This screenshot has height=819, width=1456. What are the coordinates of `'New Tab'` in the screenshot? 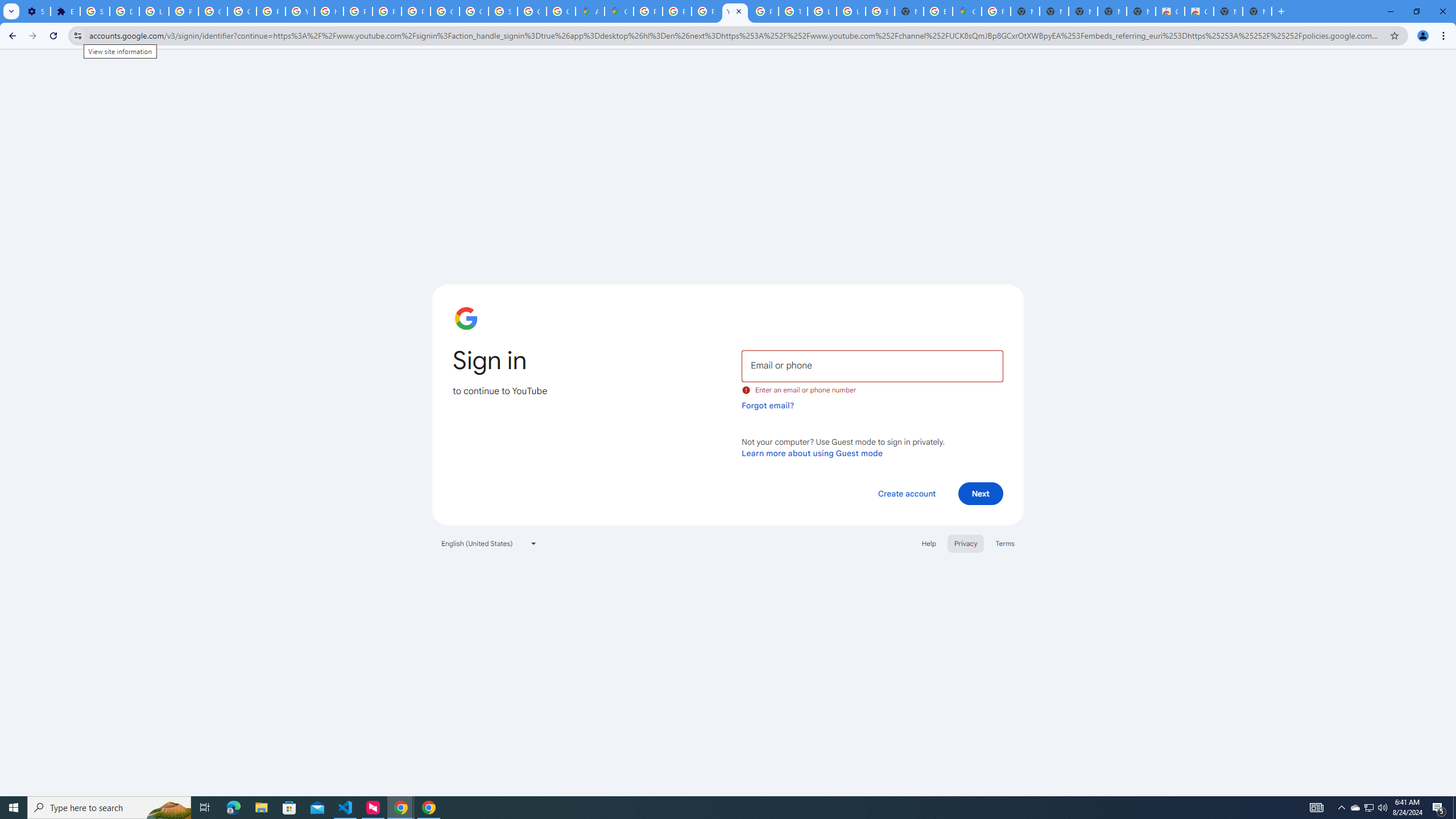 It's located at (1256, 11).